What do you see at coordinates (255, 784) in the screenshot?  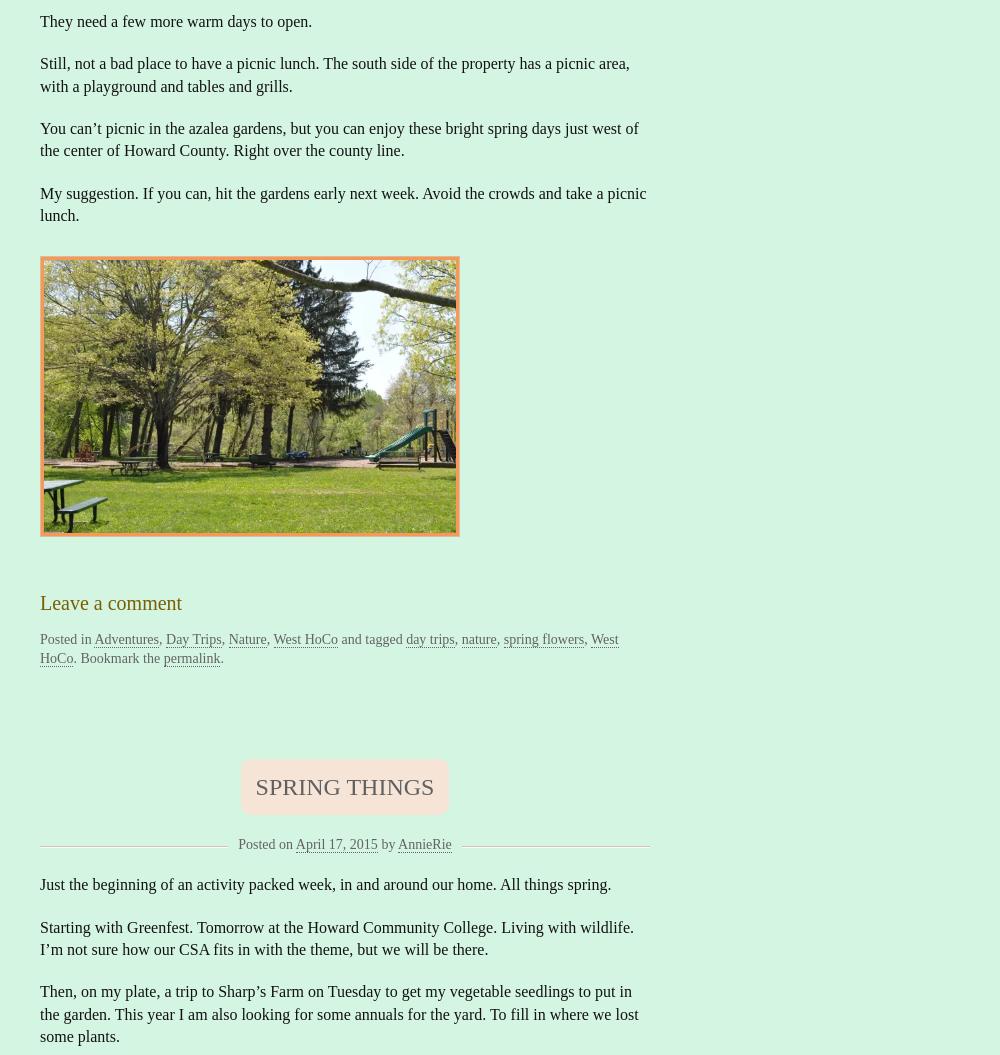 I see `'Spring Things'` at bounding box center [255, 784].